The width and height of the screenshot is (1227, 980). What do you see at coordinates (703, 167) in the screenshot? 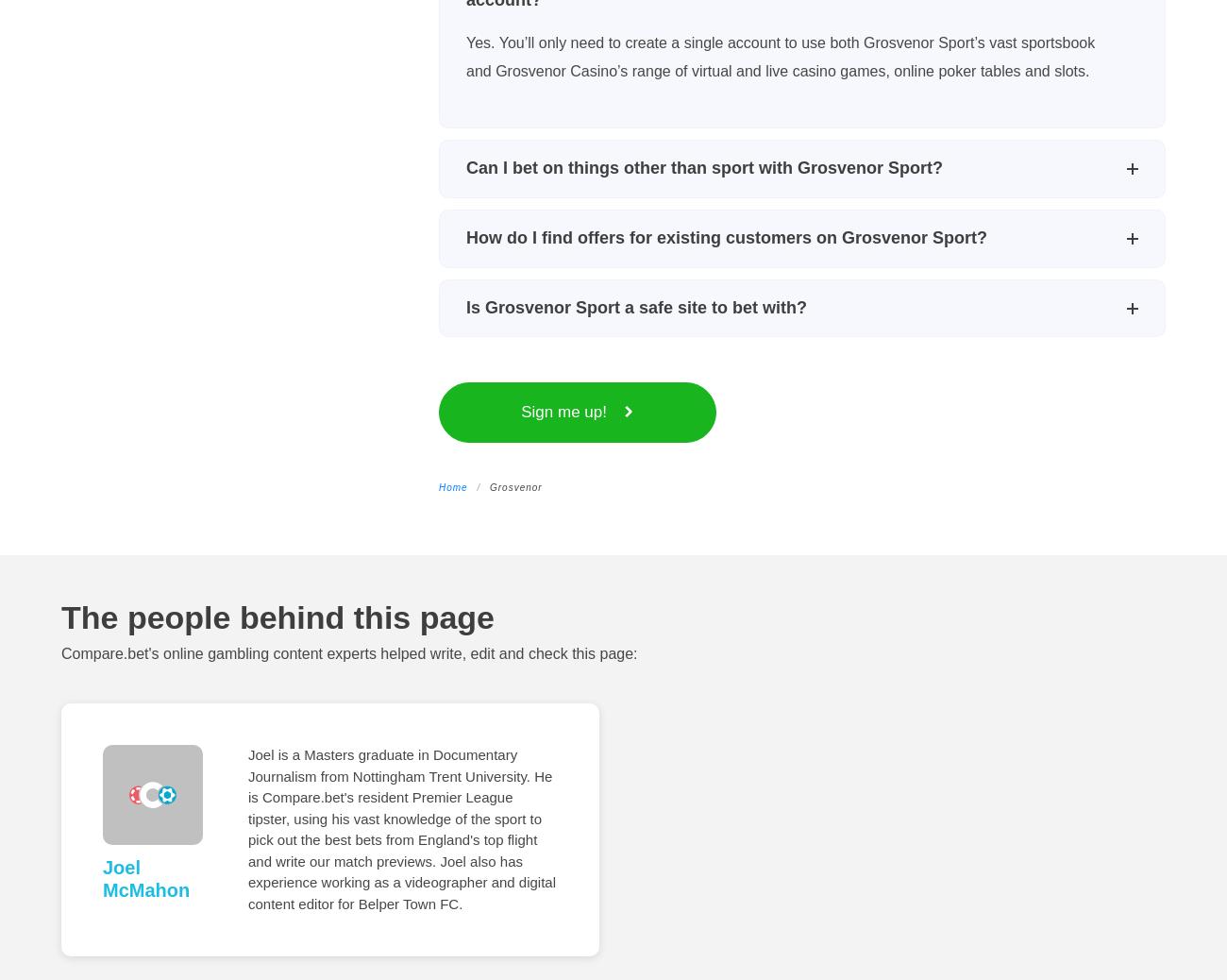
I see `'Can I bet on things other than sport with Grosvenor Sport?'` at bounding box center [703, 167].